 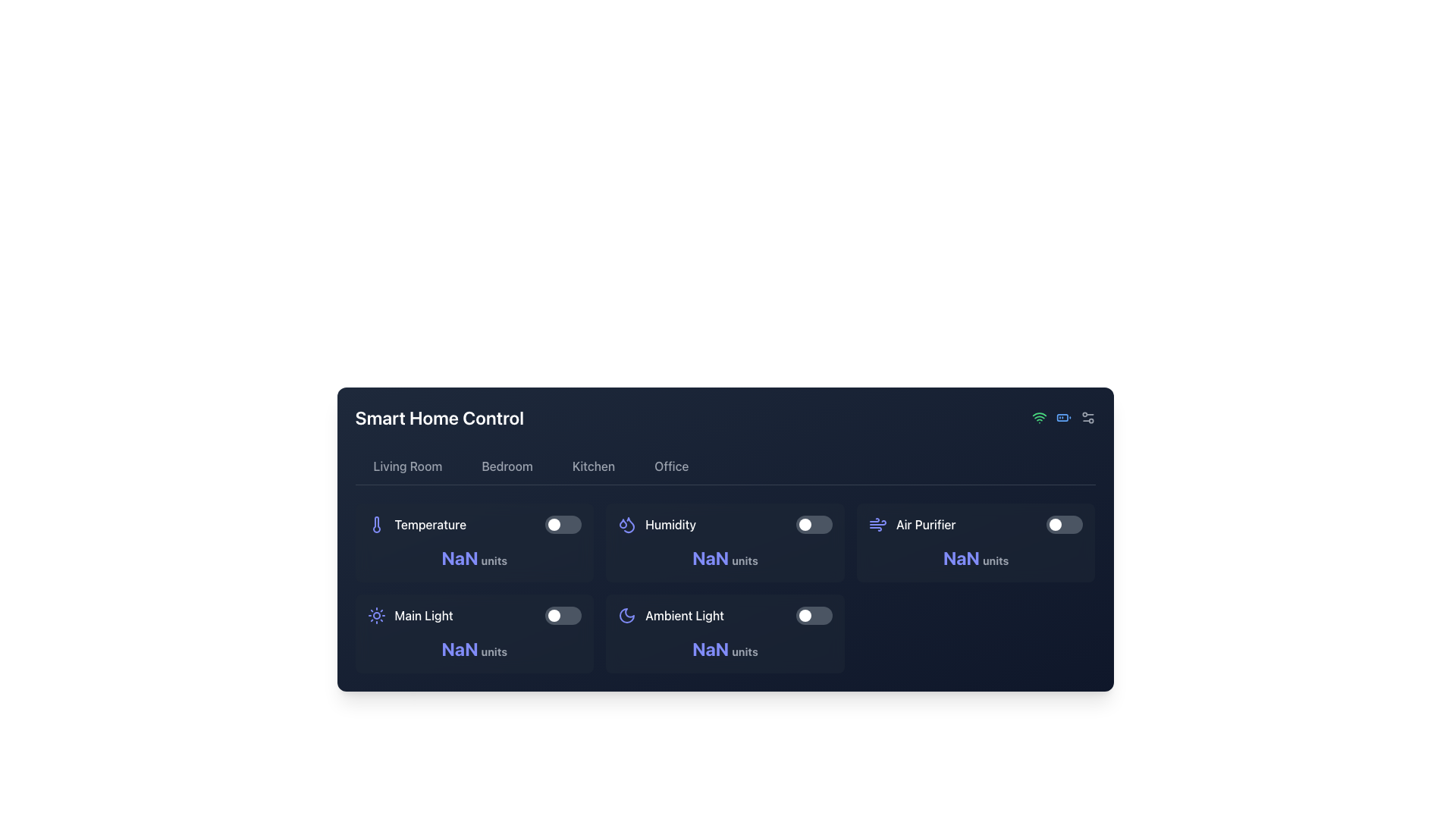 What do you see at coordinates (424, 616) in the screenshot?
I see `the 'Main Light' label, which is styled in a medium-weight font and located to the right of a sun icon within a dark rectangular card in the smart home control interface` at bounding box center [424, 616].